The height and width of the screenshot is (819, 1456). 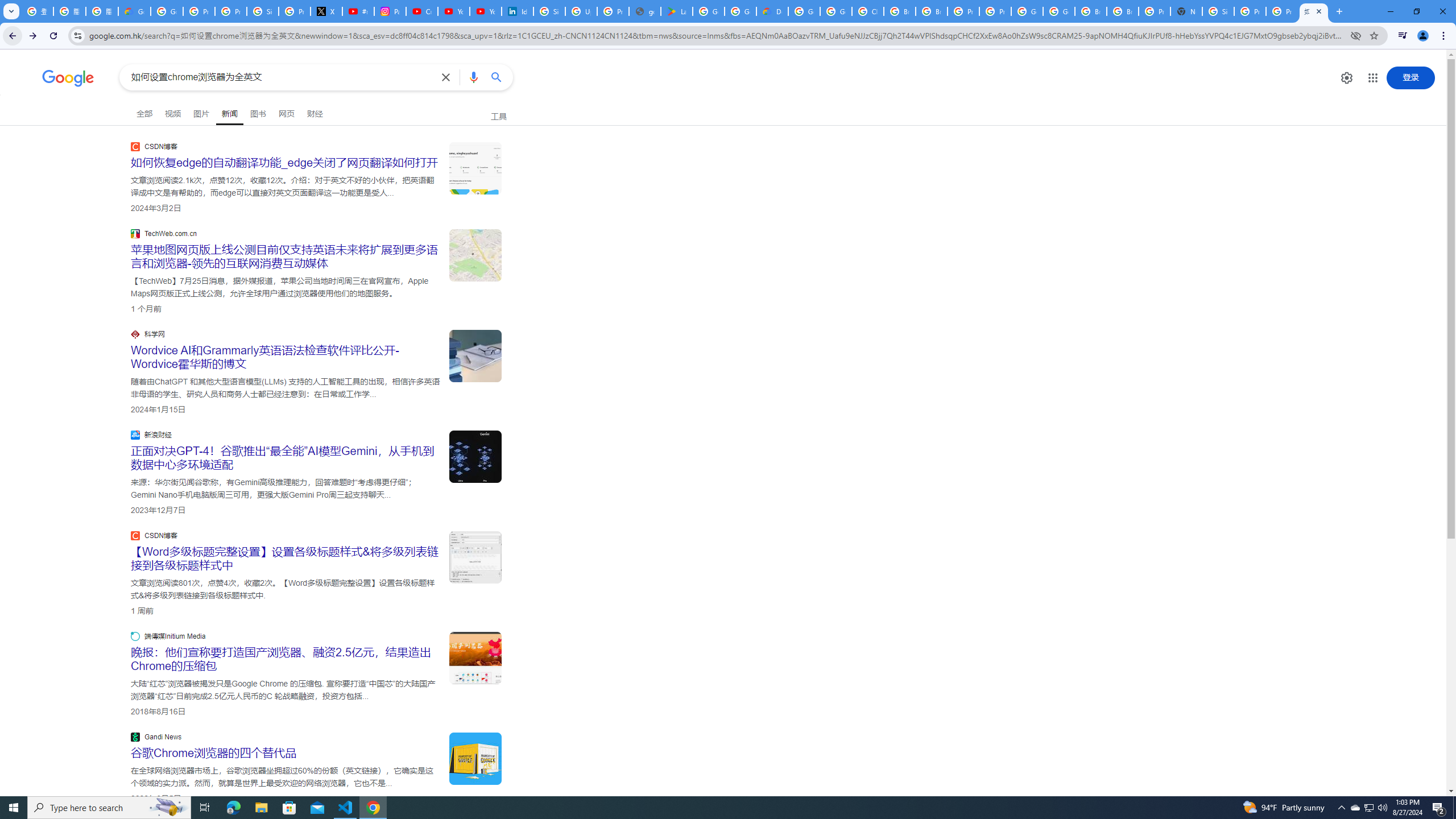 What do you see at coordinates (1027, 11) in the screenshot?
I see `'Google Cloud Platform'` at bounding box center [1027, 11].